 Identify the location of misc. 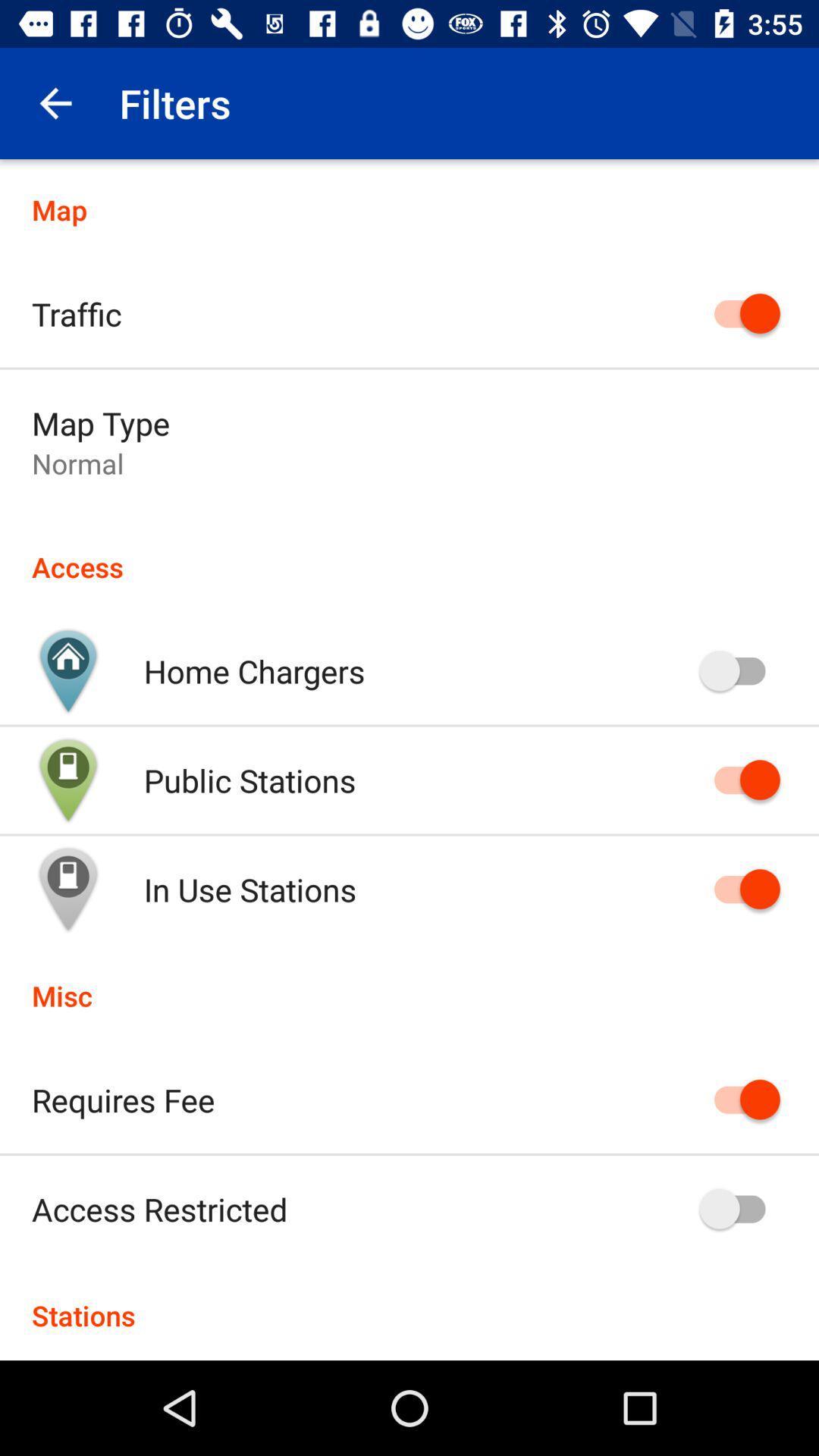
(409, 980).